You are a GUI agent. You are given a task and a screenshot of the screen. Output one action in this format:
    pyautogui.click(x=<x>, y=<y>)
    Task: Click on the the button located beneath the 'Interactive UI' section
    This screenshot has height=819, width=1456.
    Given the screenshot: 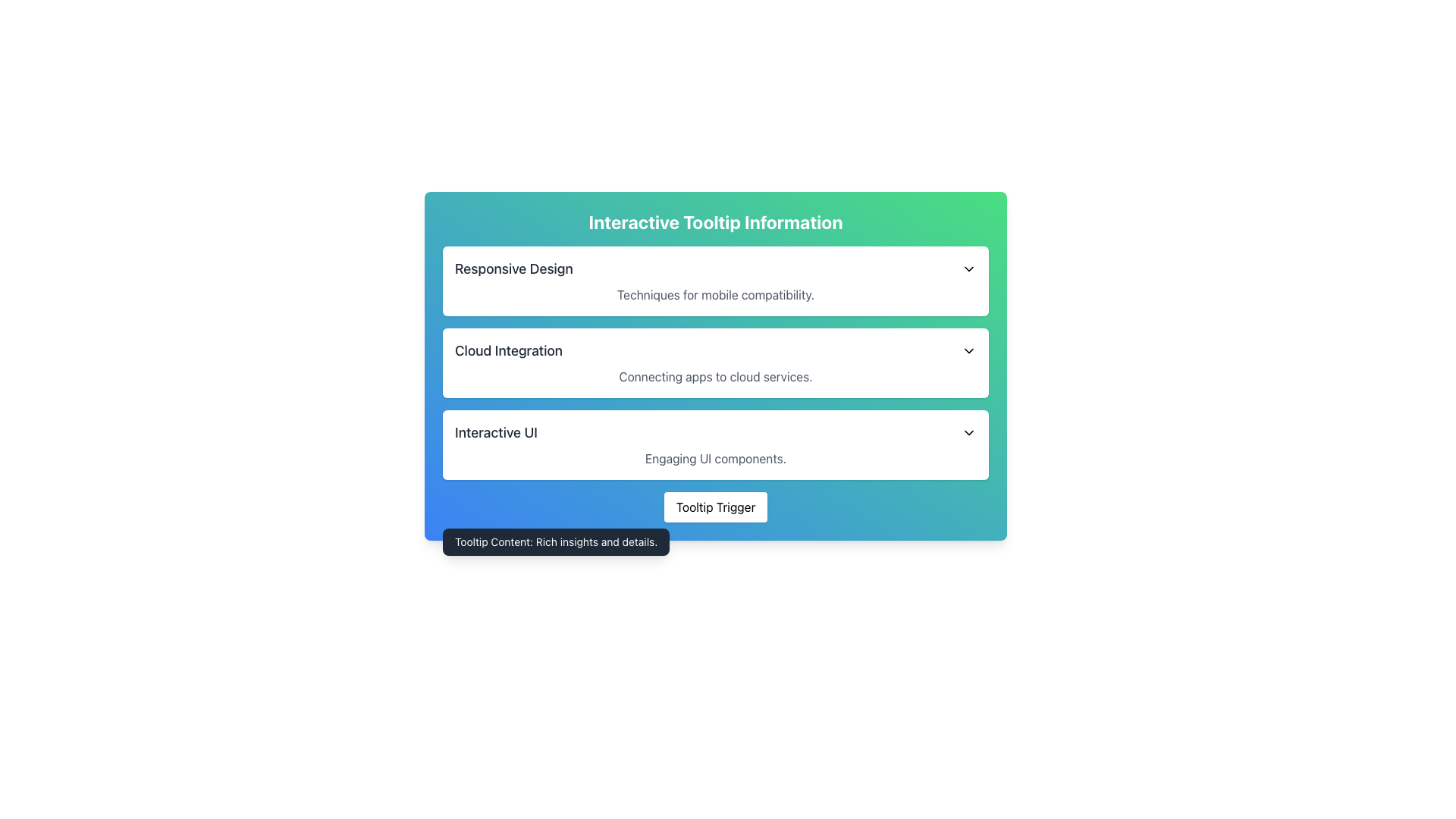 What is the action you would take?
    pyautogui.click(x=715, y=507)
    